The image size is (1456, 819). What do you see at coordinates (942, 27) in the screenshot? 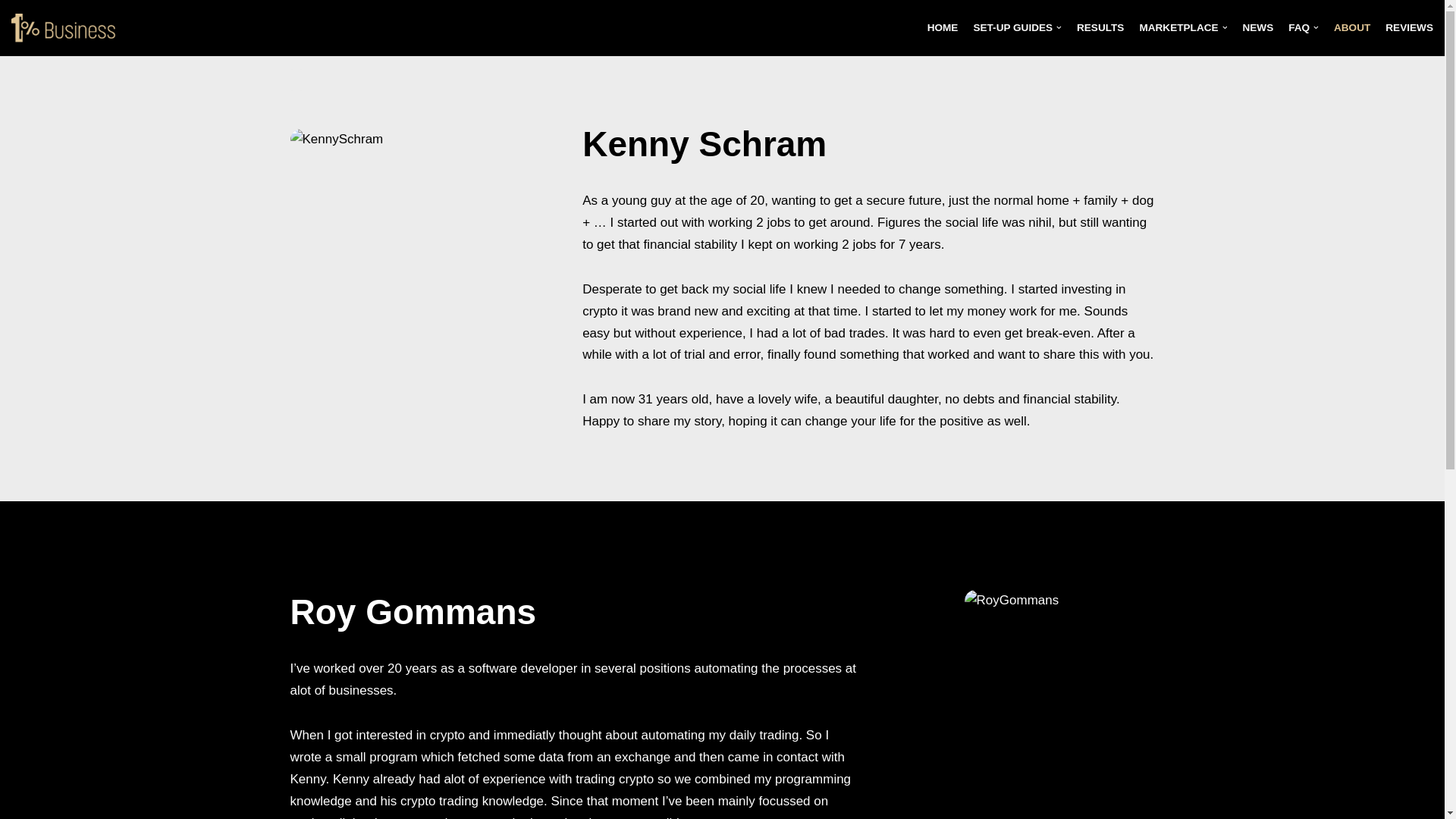
I see `'HOME'` at bounding box center [942, 27].